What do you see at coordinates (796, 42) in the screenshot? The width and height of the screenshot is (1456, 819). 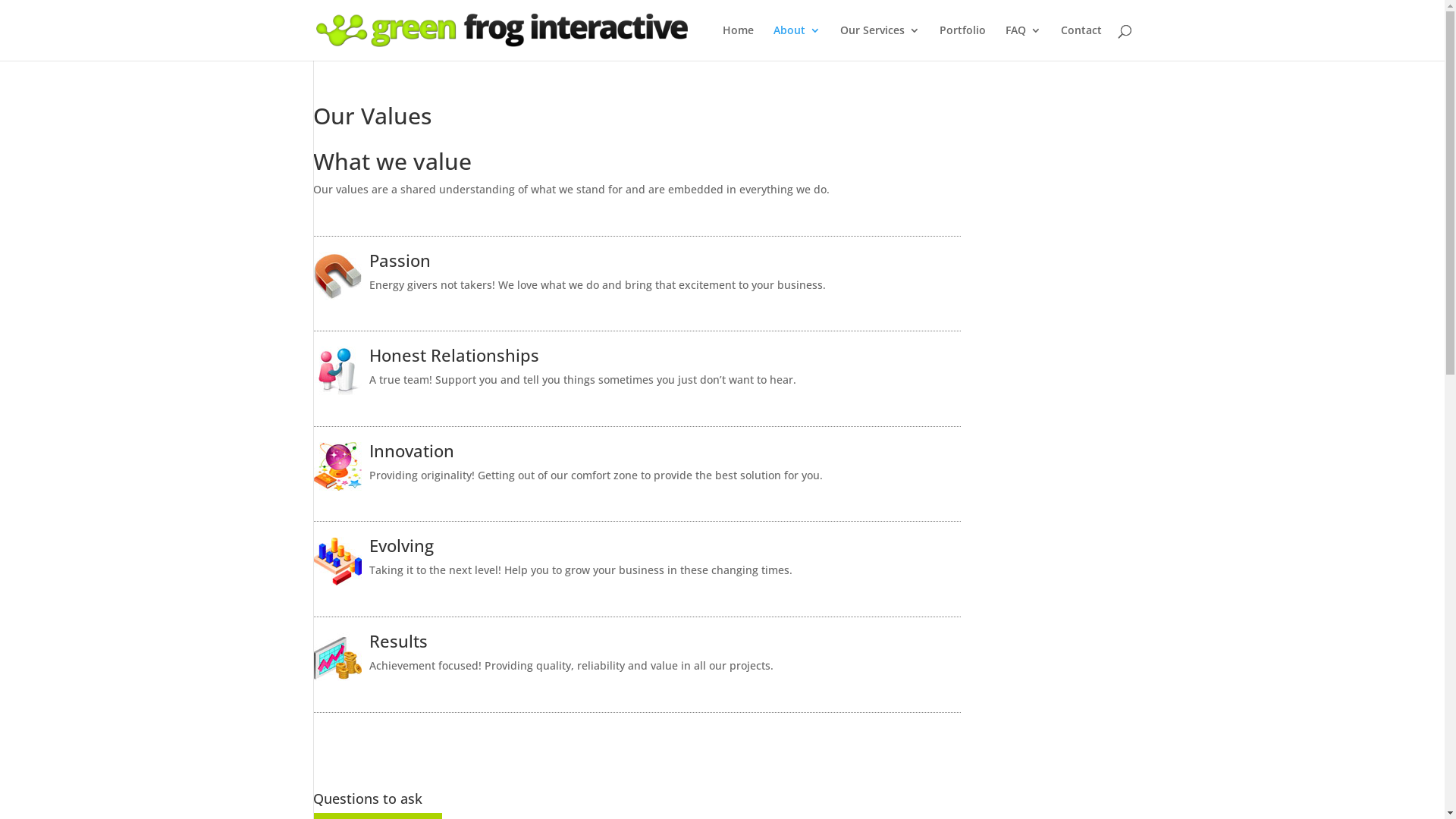 I see `'About'` at bounding box center [796, 42].